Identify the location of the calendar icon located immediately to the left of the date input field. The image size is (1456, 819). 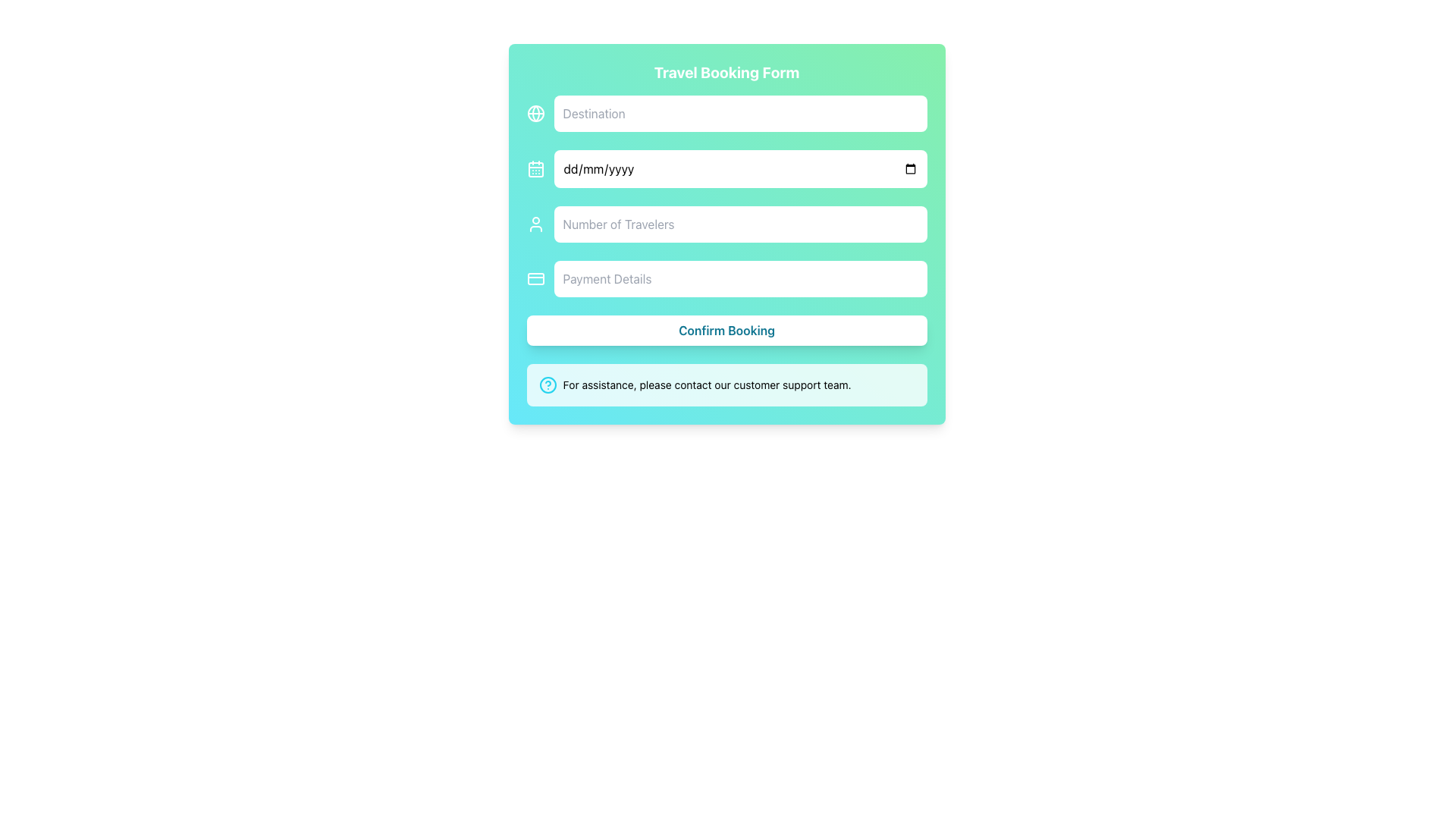
(535, 169).